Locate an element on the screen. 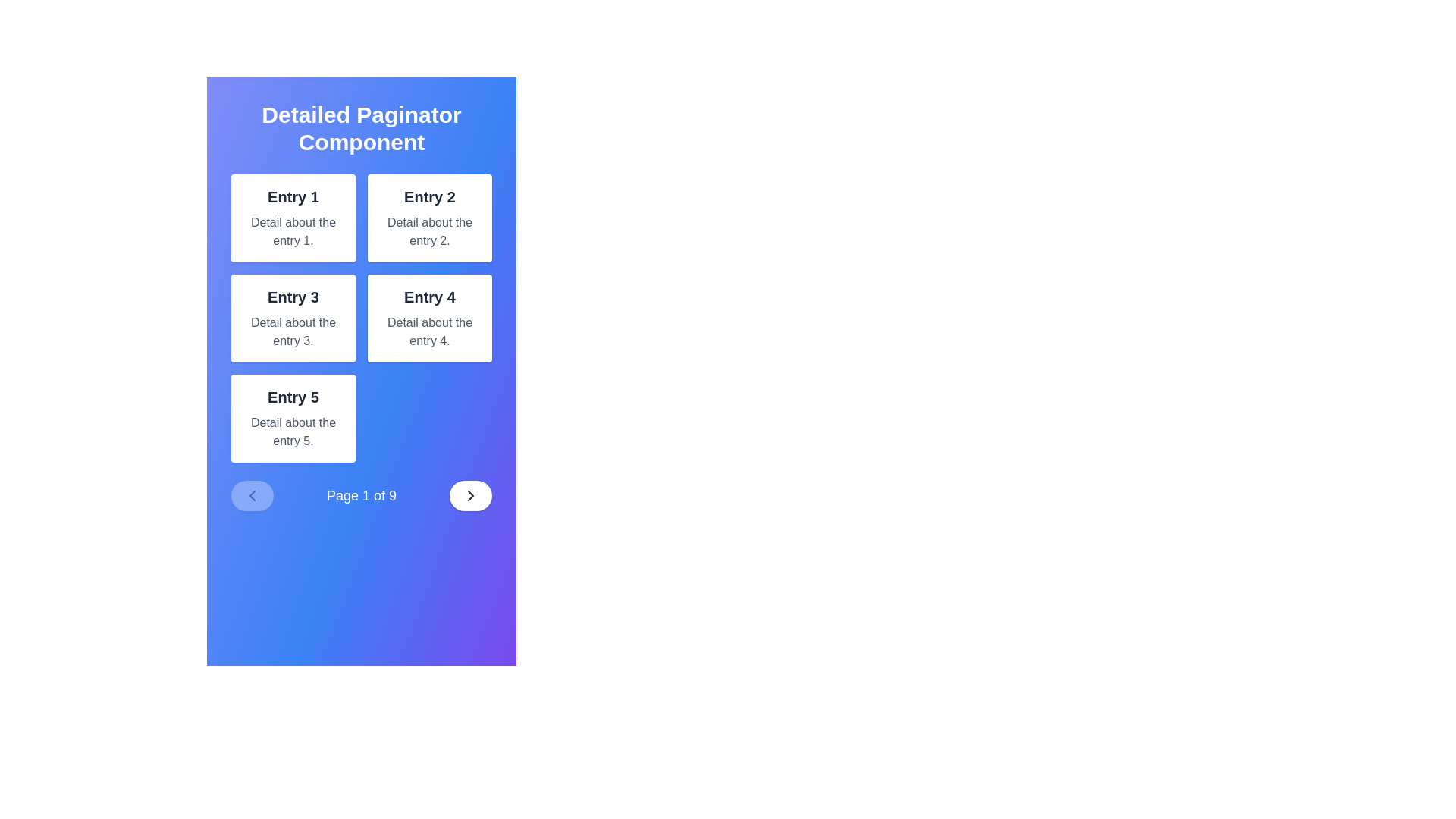 This screenshot has width=1456, height=819. the left-pointing chevron arrow icon within the circular blue button located at the bottom left corner of the pagination interface is located at coordinates (252, 496).